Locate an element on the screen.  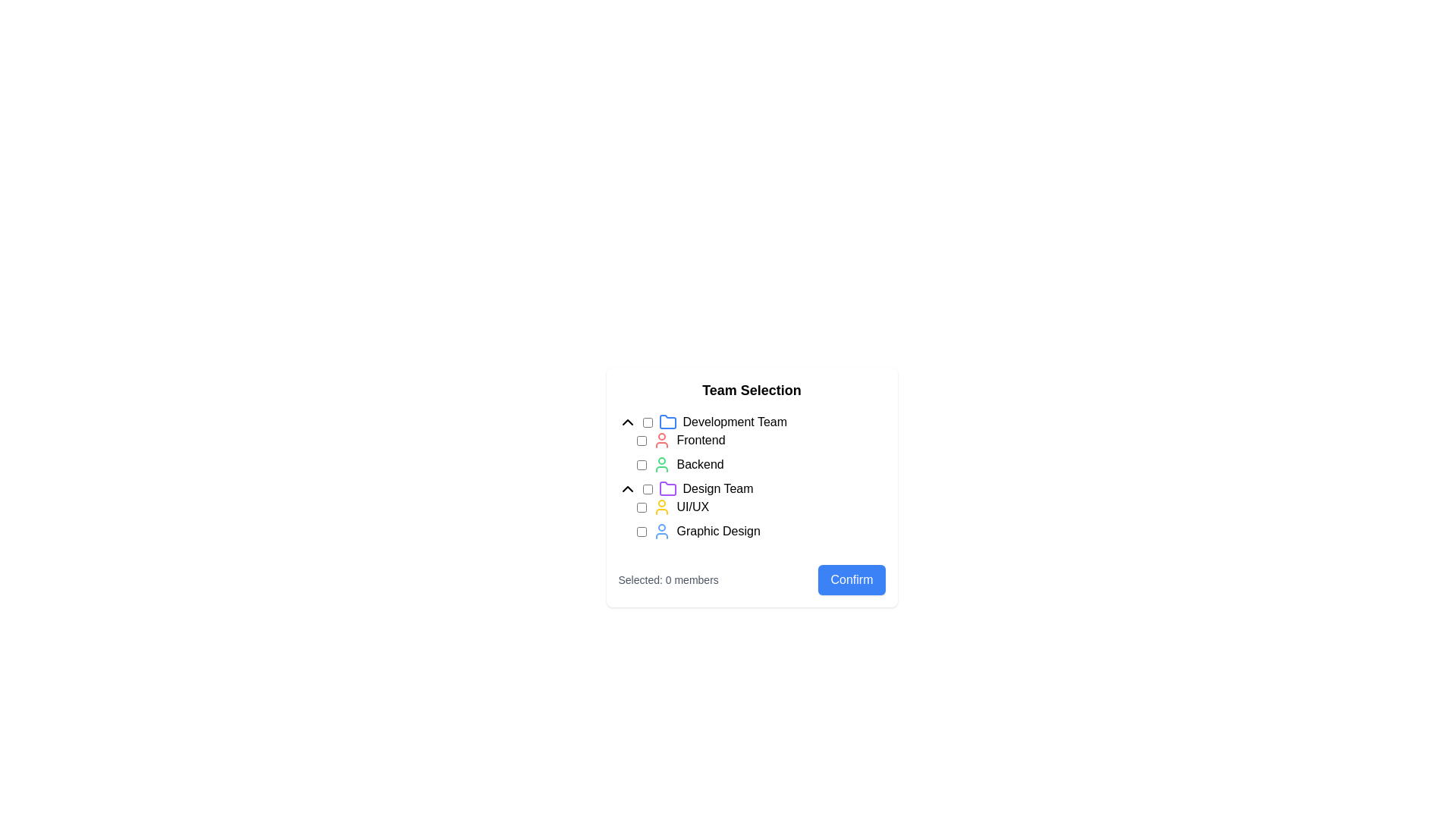
the section containing grouped selectable options for team categories, specifically focusing on the 'Development Team' and 'Design Team' labels is located at coordinates (752, 475).